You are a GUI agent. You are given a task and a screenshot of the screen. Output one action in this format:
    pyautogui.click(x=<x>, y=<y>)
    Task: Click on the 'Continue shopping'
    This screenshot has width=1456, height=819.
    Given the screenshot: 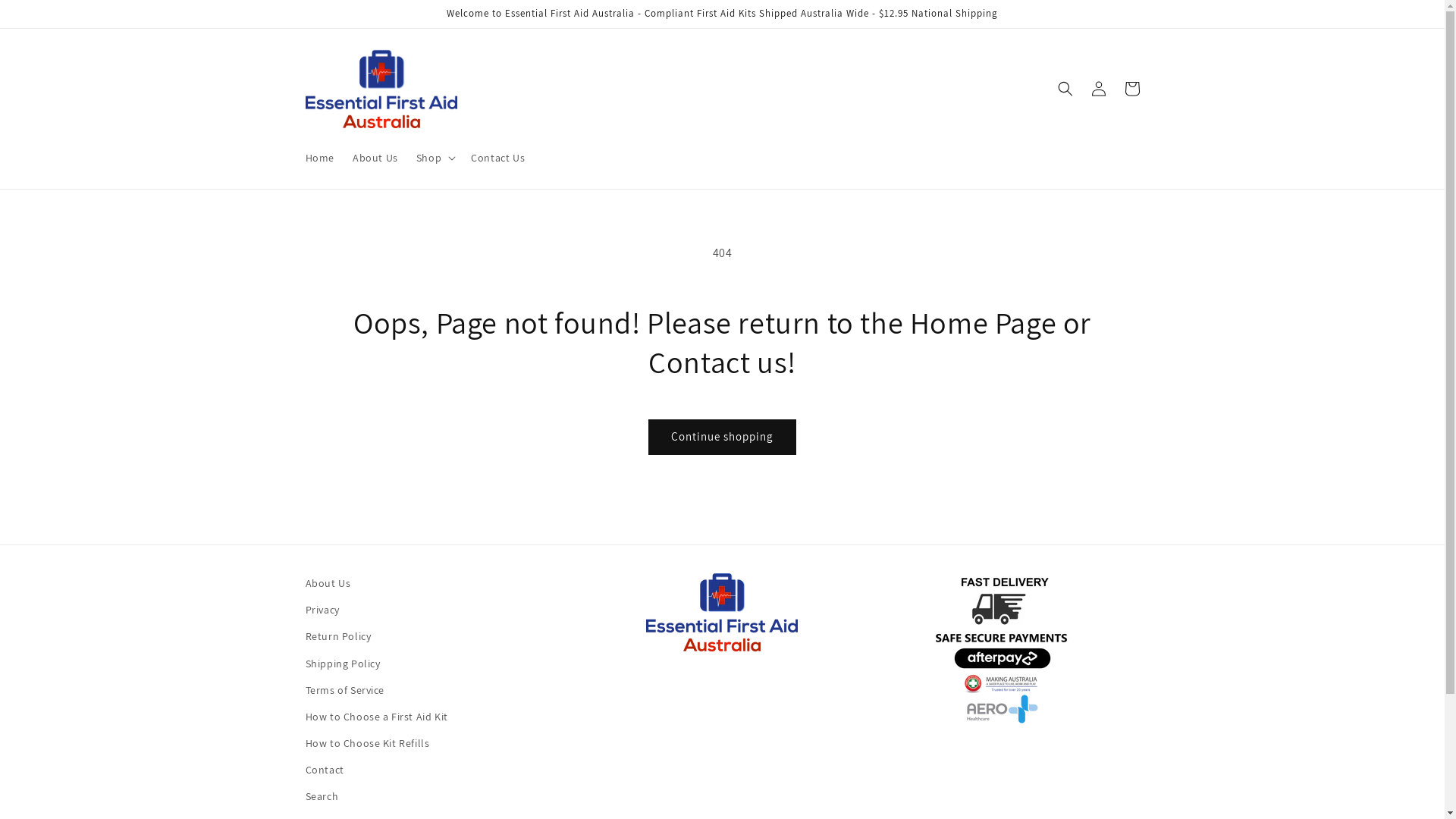 What is the action you would take?
    pyautogui.click(x=721, y=437)
    